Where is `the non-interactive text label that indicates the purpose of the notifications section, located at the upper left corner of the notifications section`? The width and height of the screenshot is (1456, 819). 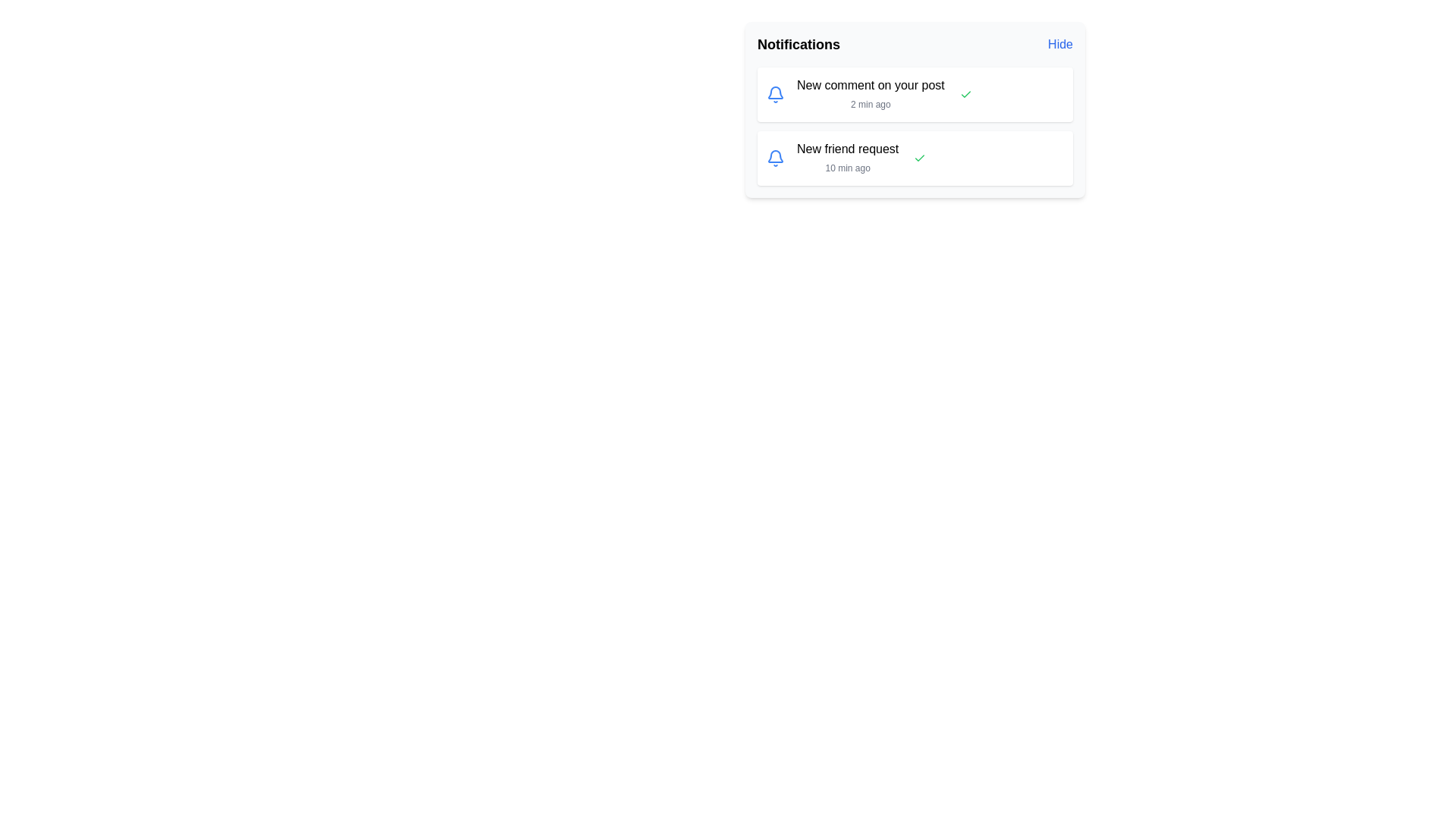 the non-interactive text label that indicates the purpose of the notifications section, located at the upper left corner of the notifications section is located at coordinates (798, 43).